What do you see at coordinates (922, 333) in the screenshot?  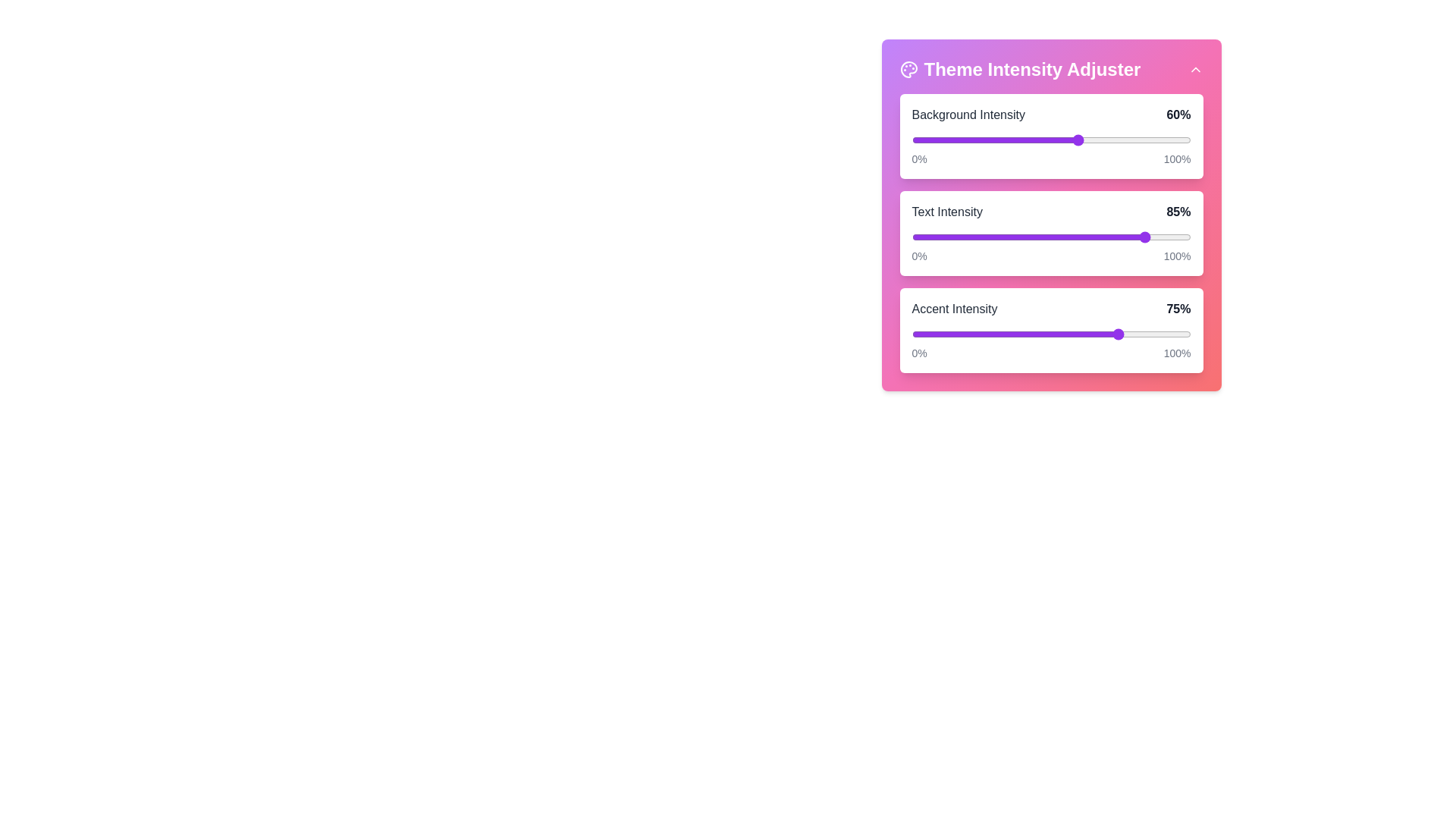 I see `the accent intensity` at bounding box center [922, 333].